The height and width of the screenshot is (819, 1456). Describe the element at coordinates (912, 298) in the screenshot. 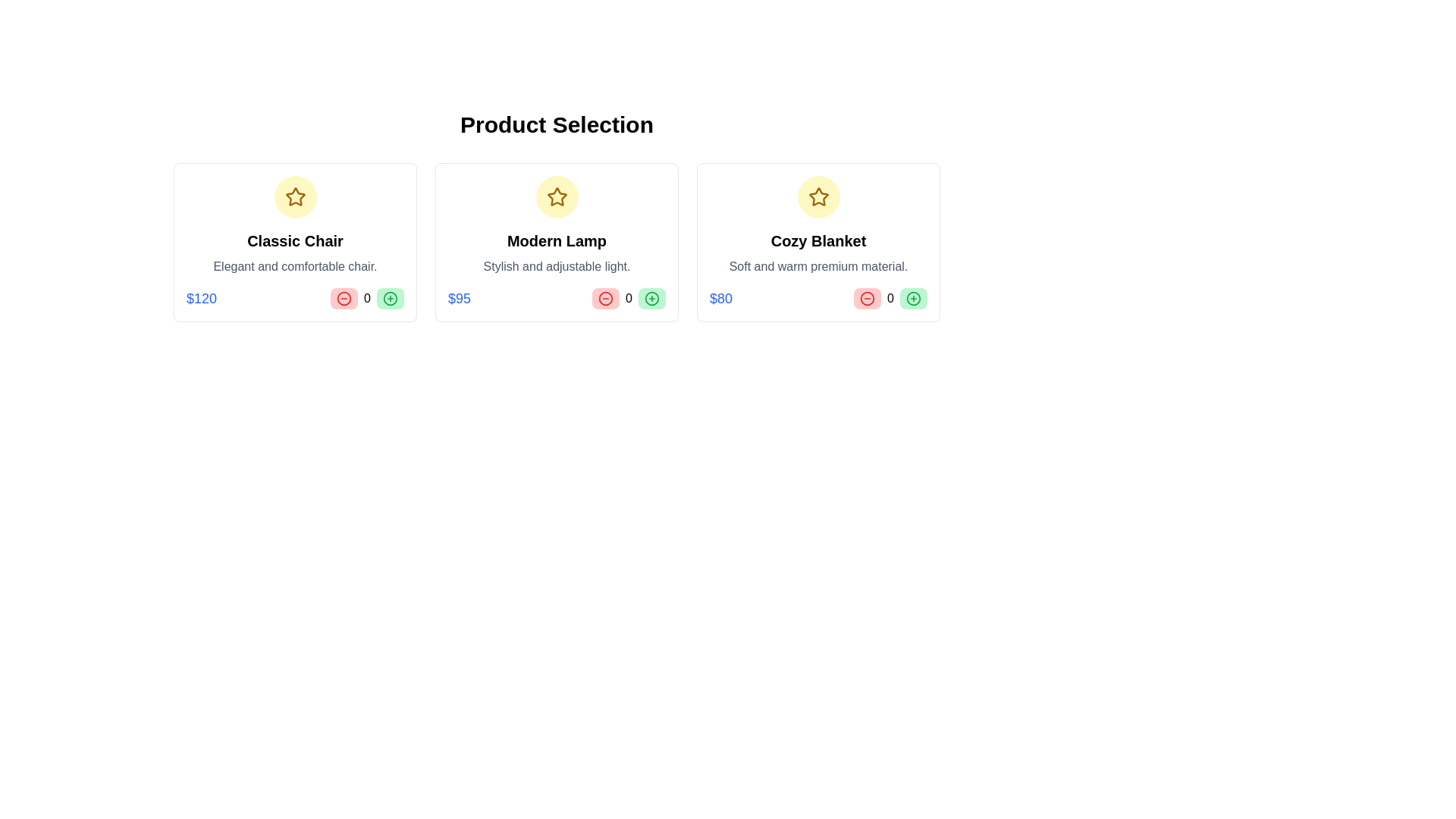

I see `the circular '+' icon located in the bottom-right corner of the 'Cozy Blanket' product card` at that location.